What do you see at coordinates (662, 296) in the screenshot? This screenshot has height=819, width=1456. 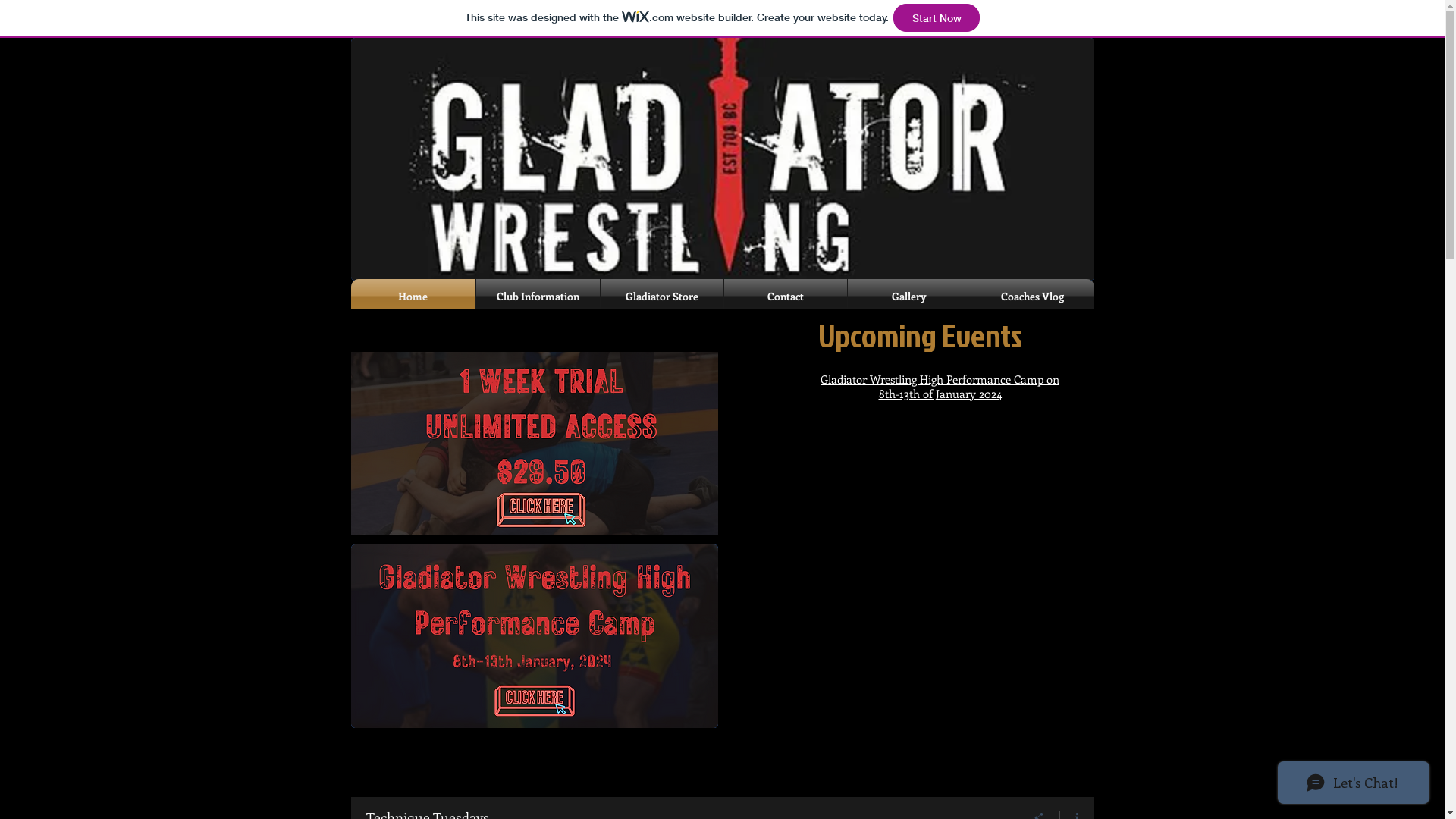 I see `'Gladiator Store'` at bounding box center [662, 296].